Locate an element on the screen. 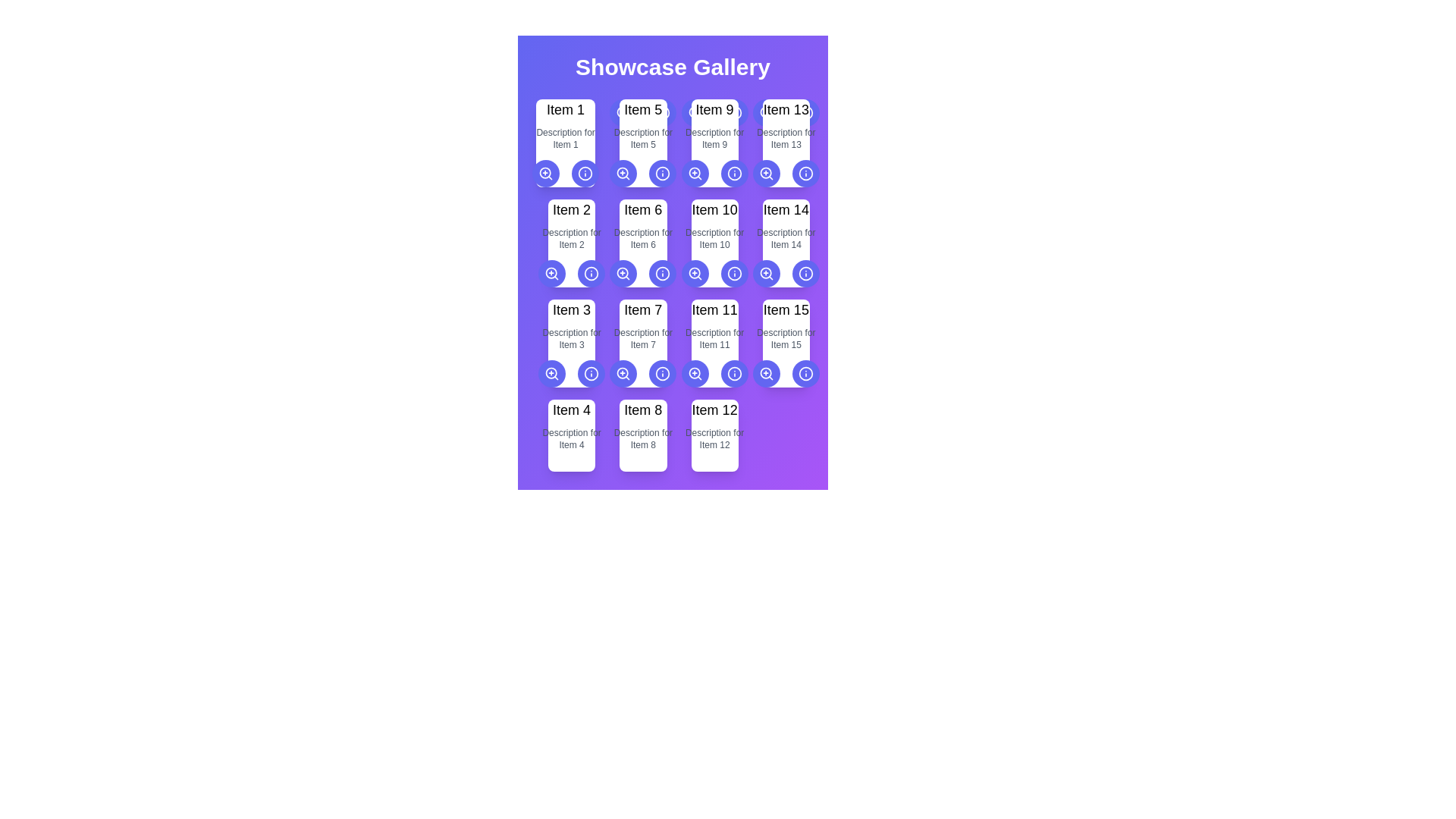 The width and height of the screenshot is (1456, 819). the circular button with an indigo background and a white info icon located in the ninth group of the fourth column in a 4x4 grid, specifically the second button beneath the 'Item 11' card, to observe its styling change to purple is located at coordinates (734, 374).